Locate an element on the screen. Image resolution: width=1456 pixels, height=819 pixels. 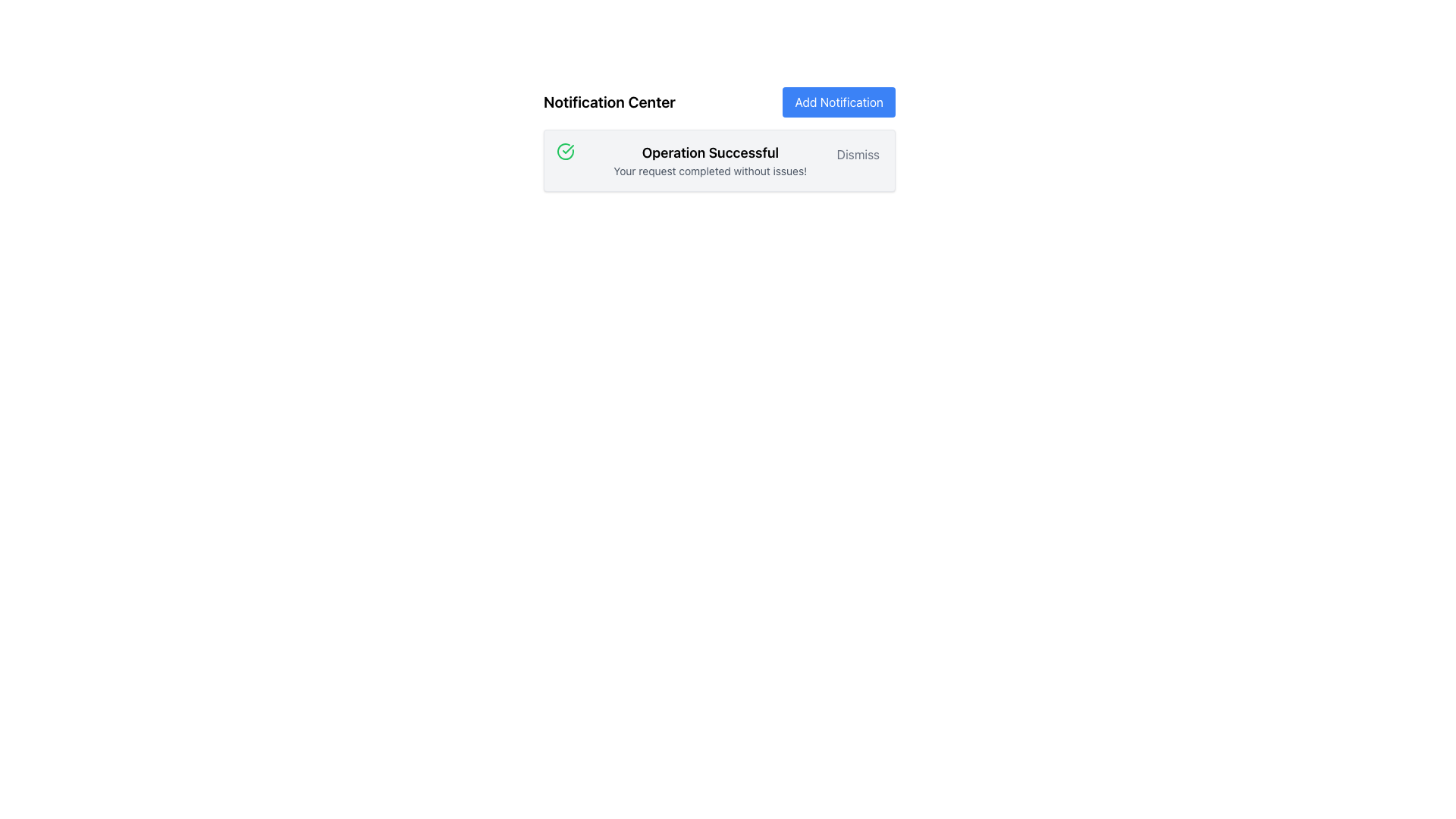
message displayed in smaller and lighter gray font stating 'Your request completed without issues!' which is located beneath the header 'Operation Successful' in the notification card is located at coordinates (709, 171).